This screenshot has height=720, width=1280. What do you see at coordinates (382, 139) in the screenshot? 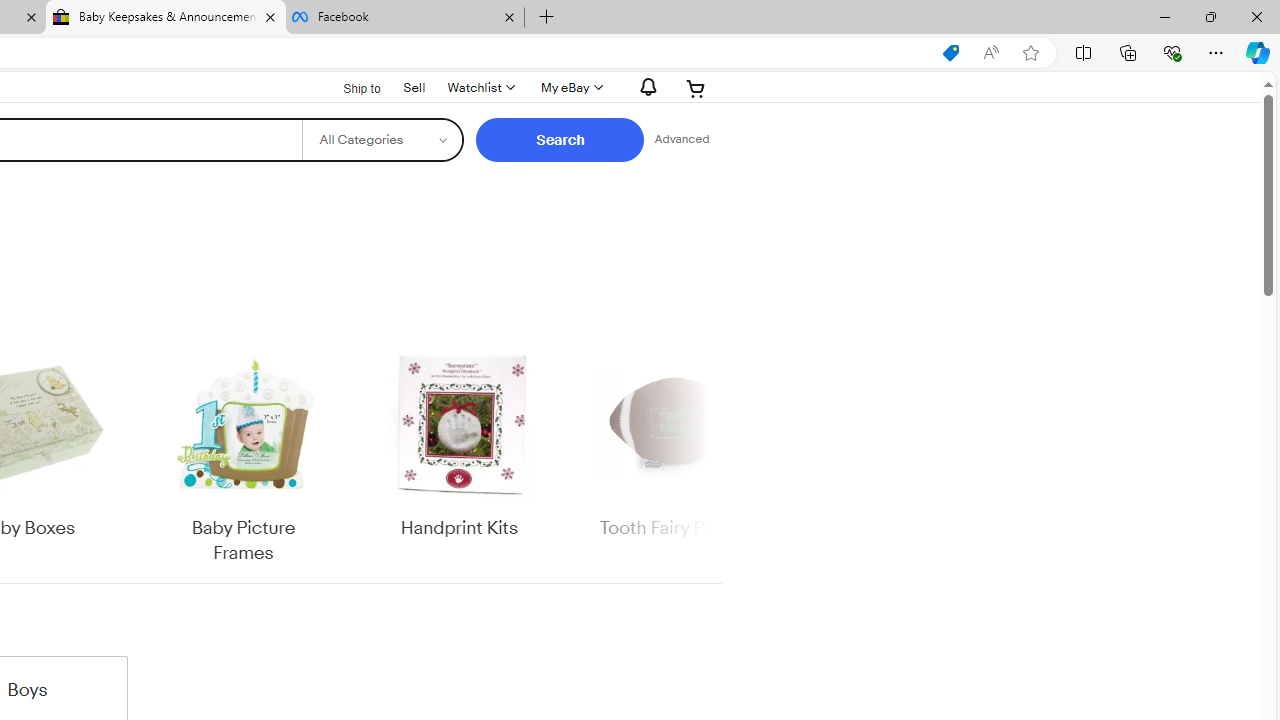
I see `'Select a category for search'` at bounding box center [382, 139].